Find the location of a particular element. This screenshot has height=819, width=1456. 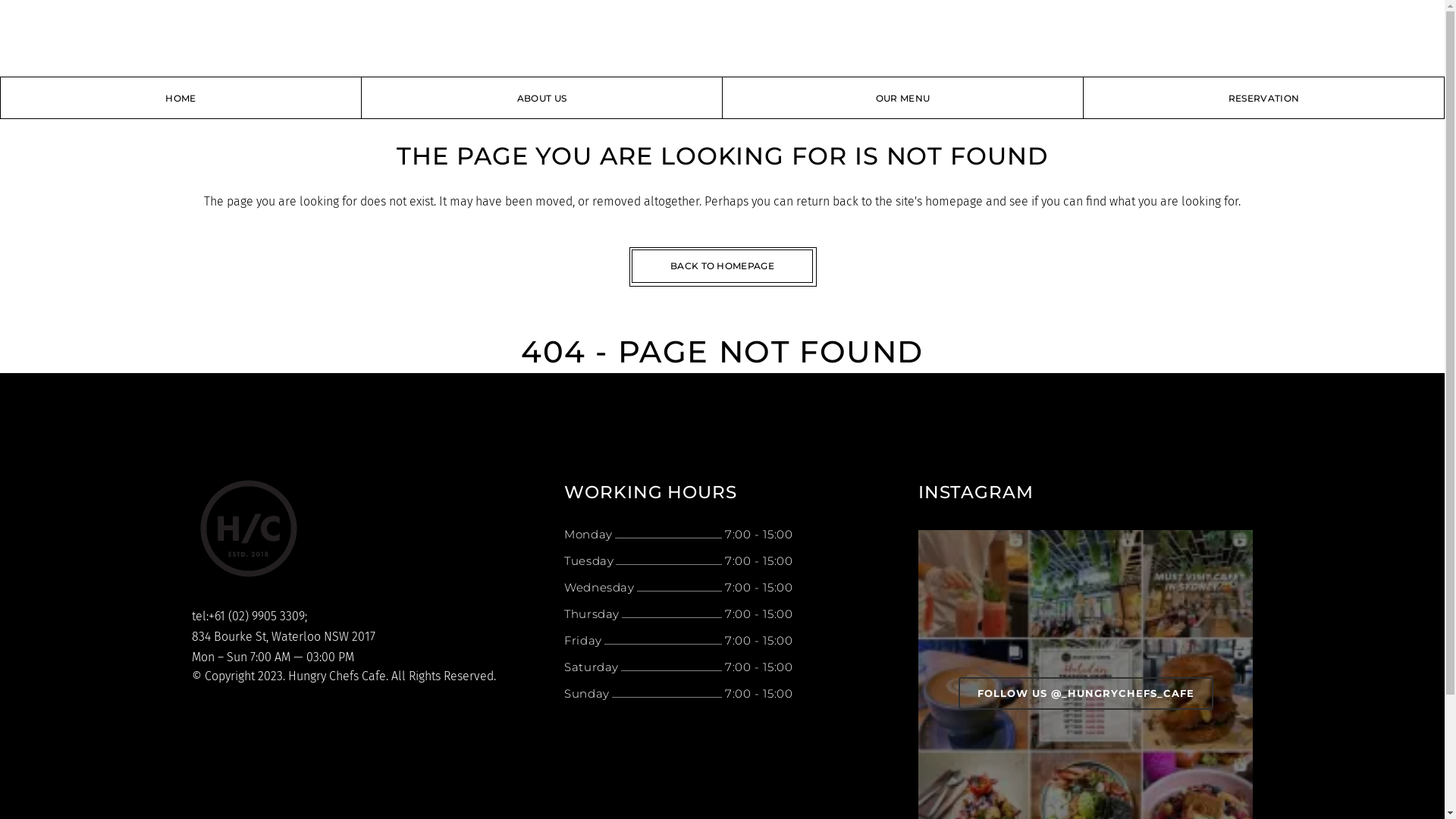

'RESERVATION' is located at coordinates (1263, 99).